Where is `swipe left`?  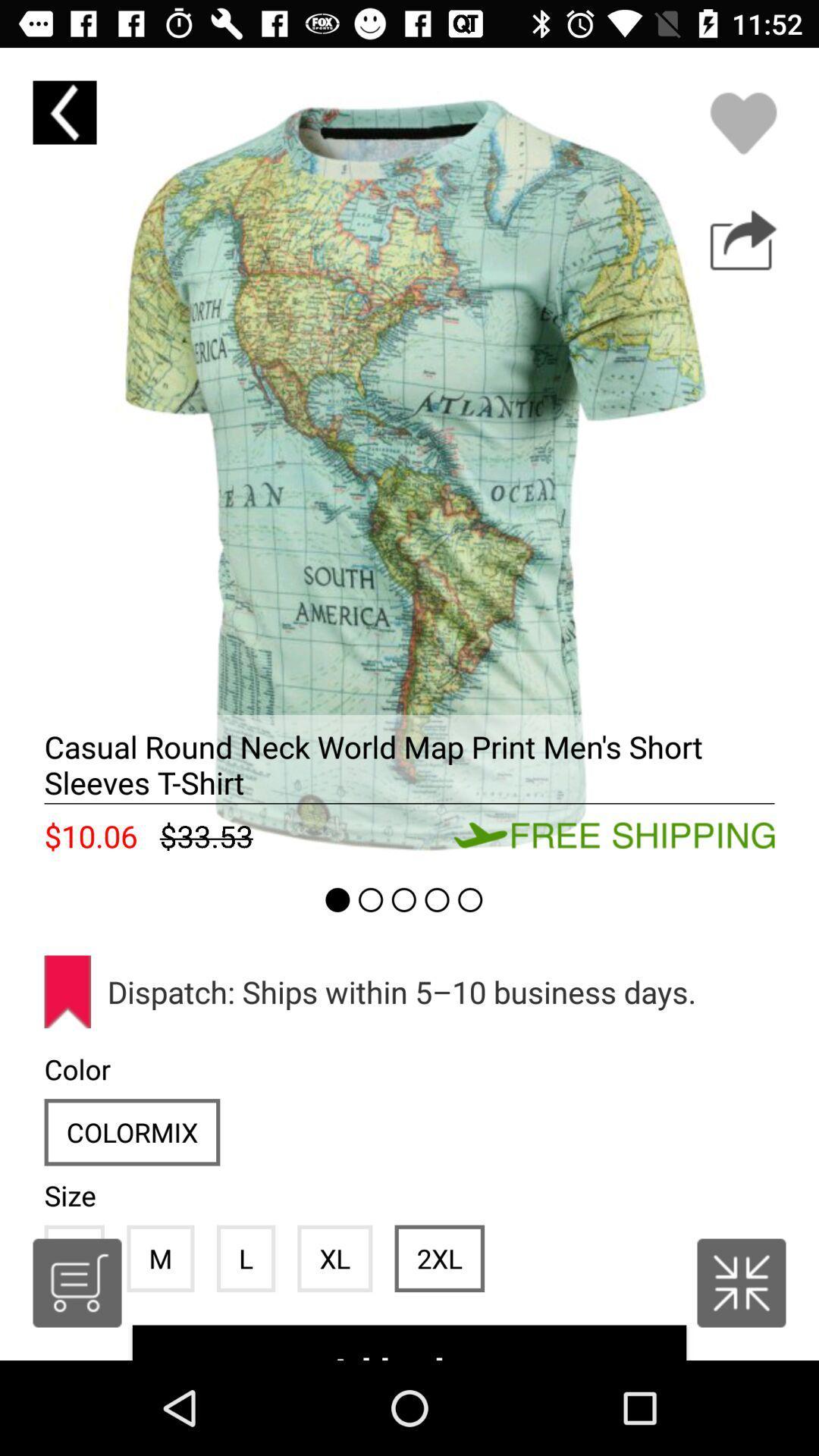
swipe left is located at coordinates (409, 457).